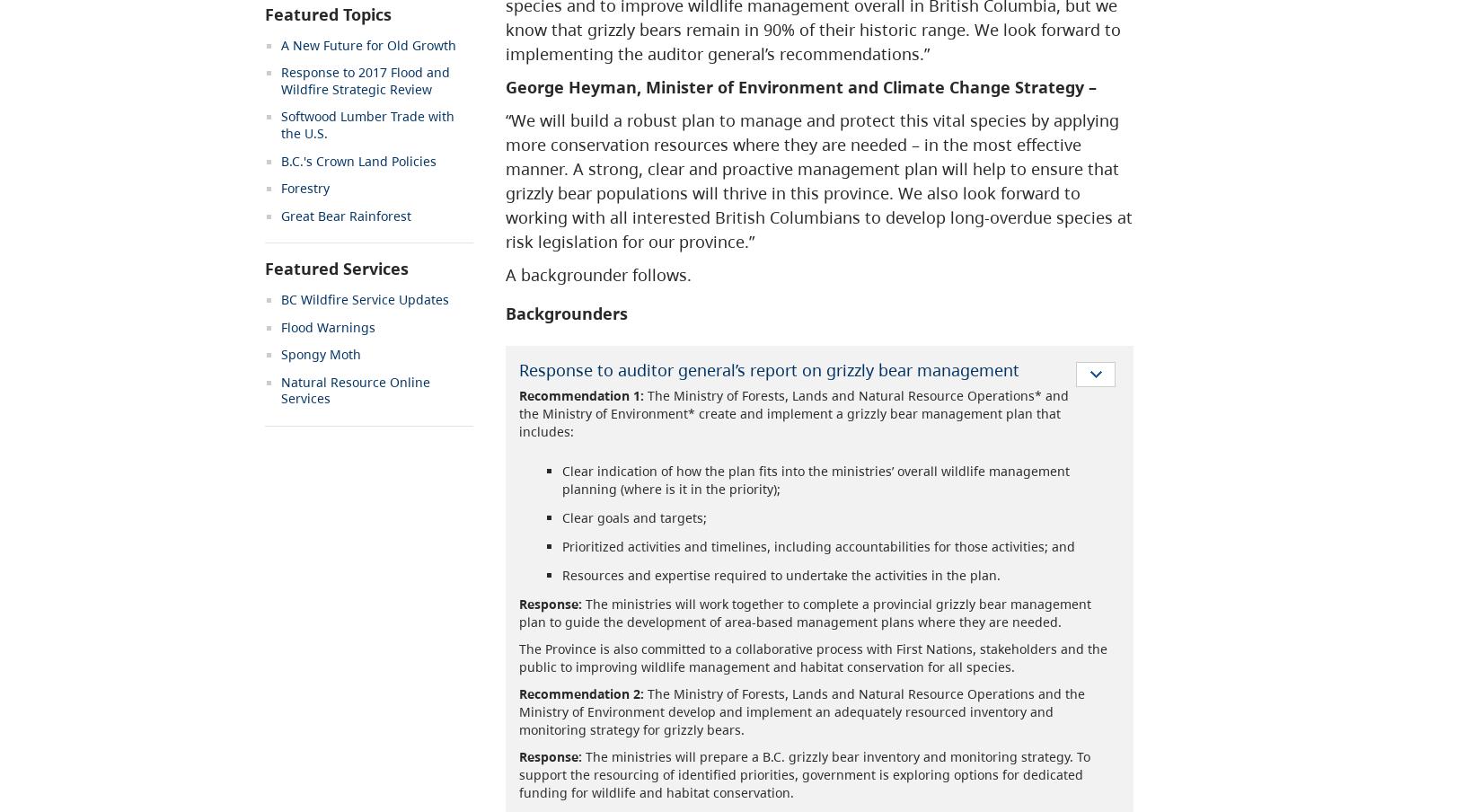 This screenshot has height=812, width=1482. What do you see at coordinates (503, 181) in the screenshot?
I see `'“We will build a robust plan to manage and protect this vital species by applying more conservation resources where they are needed – in the most effective manner. A strong, clear and proactive management plan will help to ensure that grizzly bear populations will thrive in this province. We also look forward to working with all interested British Columbians to develop long-overdue species at risk legislation for our province.”'` at bounding box center [503, 181].